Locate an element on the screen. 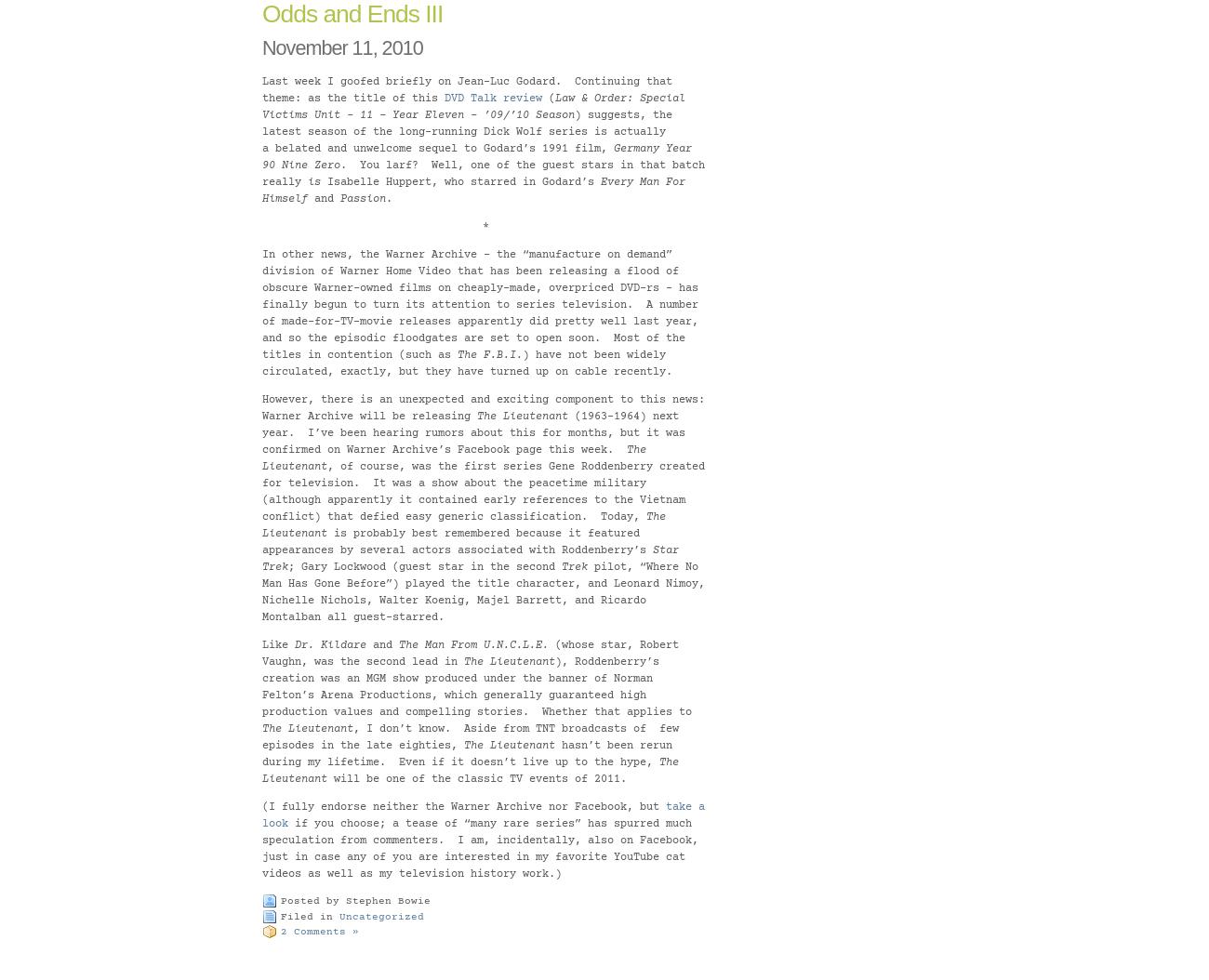  'Trek' is located at coordinates (575, 566).